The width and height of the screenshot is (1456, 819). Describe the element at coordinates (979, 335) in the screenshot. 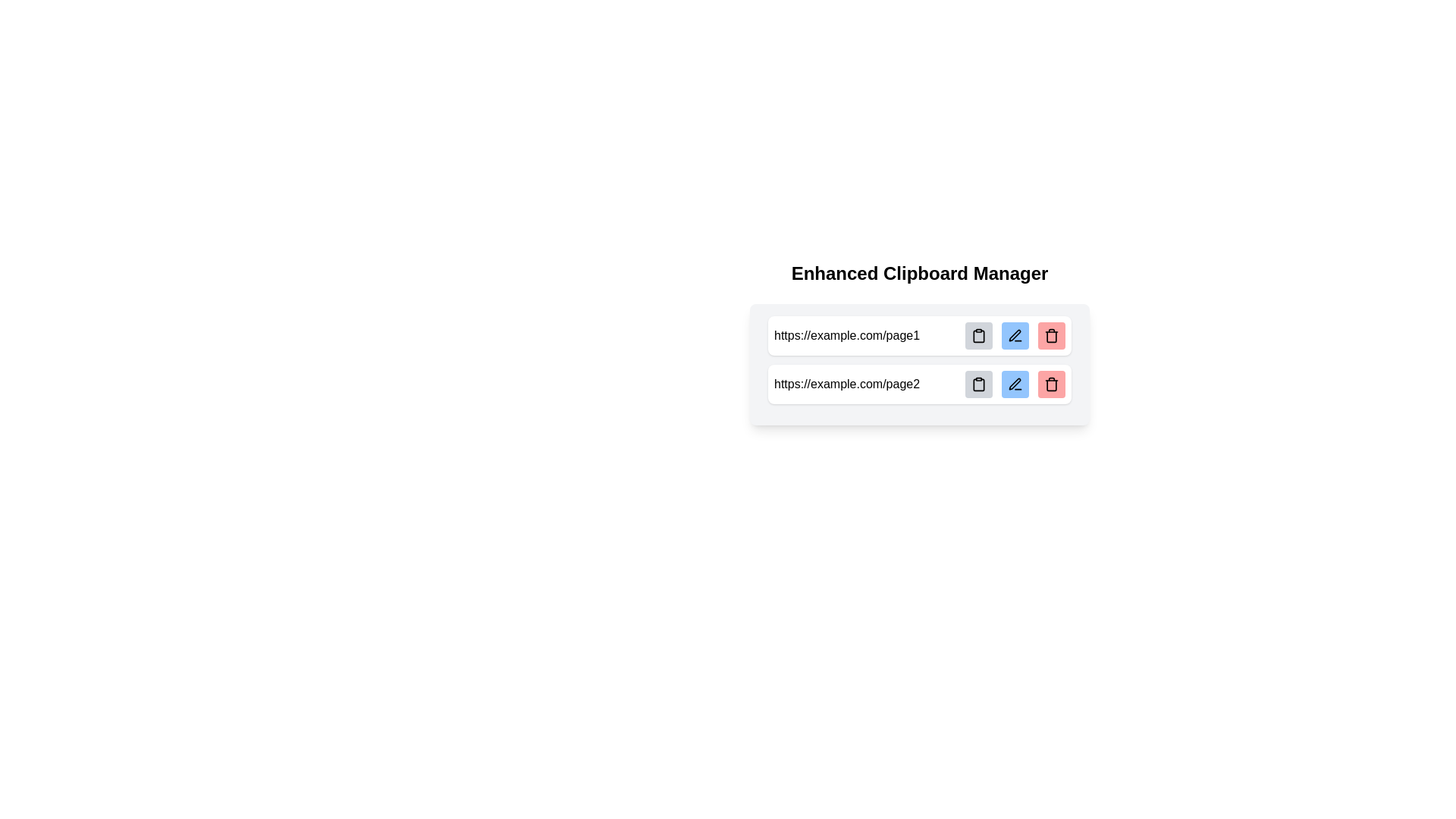

I see `the clipboard icon located in the first action button group of the list item for 'https://example.com/page1'` at that location.